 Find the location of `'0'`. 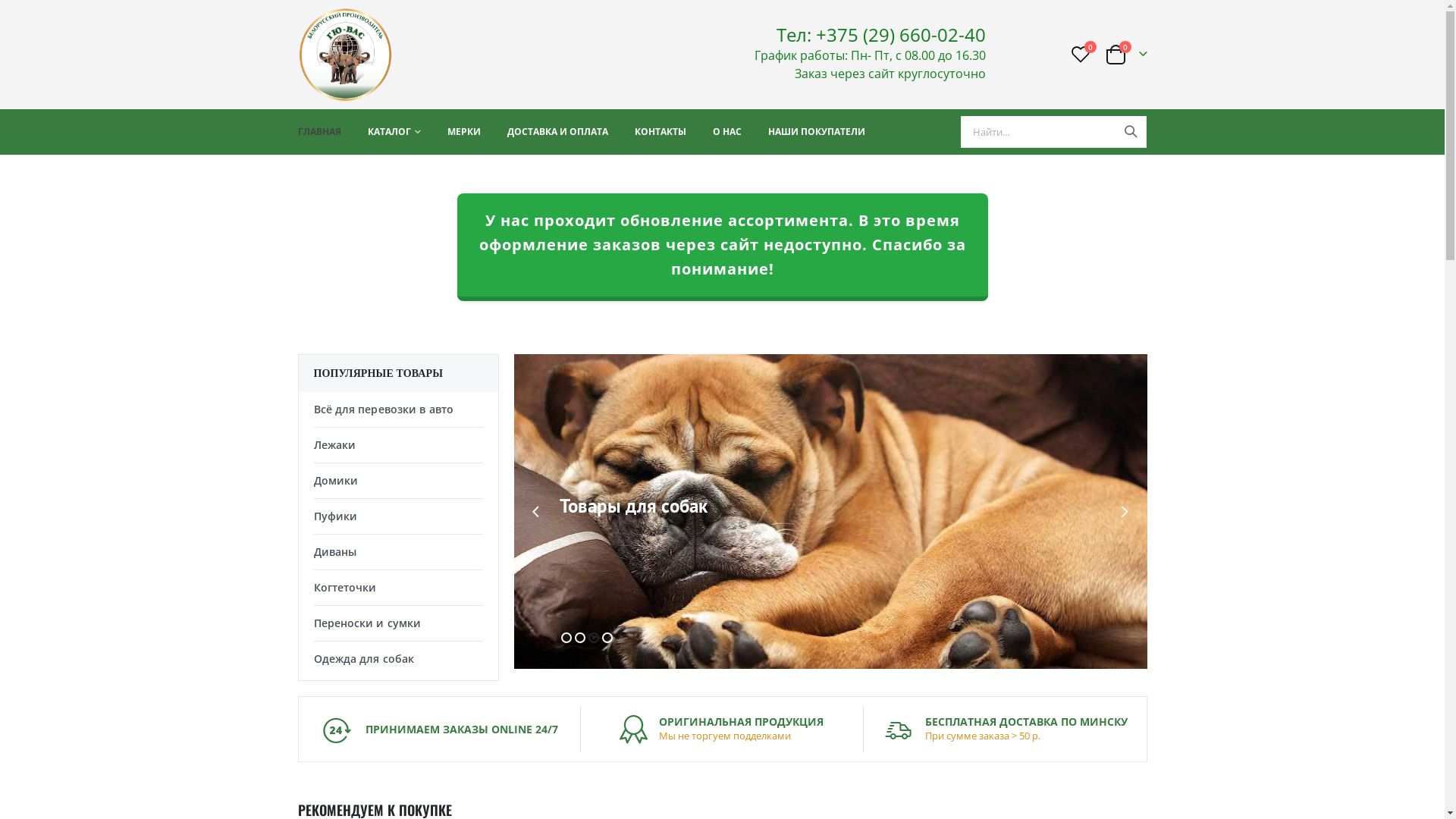

'0' is located at coordinates (1080, 53).